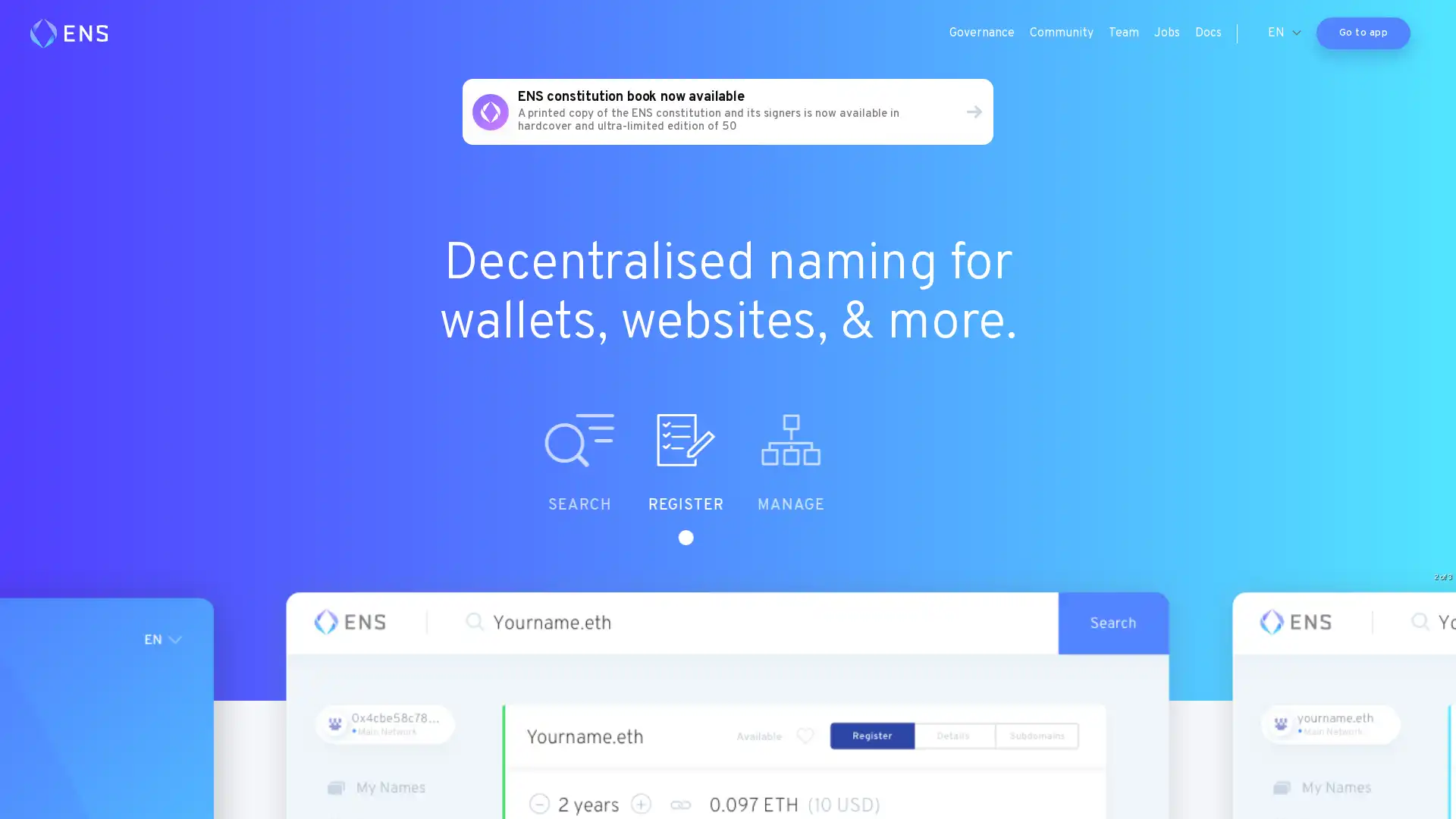 This screenshot has height=819, width=1456. What do you see at coordinates (848, 479) in the screenshot?
I see `slide item 3` at bounding box center [848, 479].